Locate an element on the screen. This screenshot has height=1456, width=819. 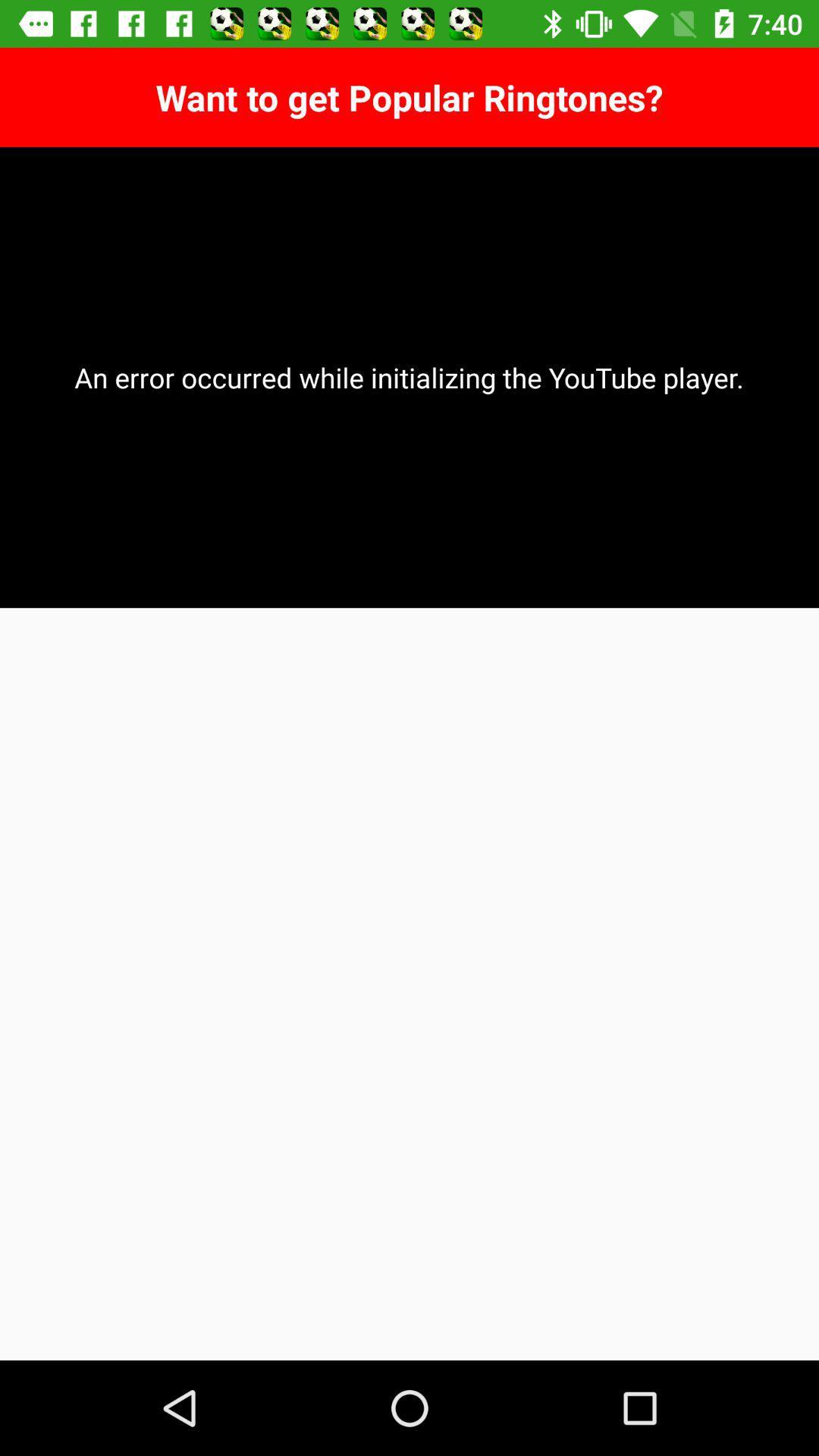
the app above the an error occurred is located at coordinates (409, 96).